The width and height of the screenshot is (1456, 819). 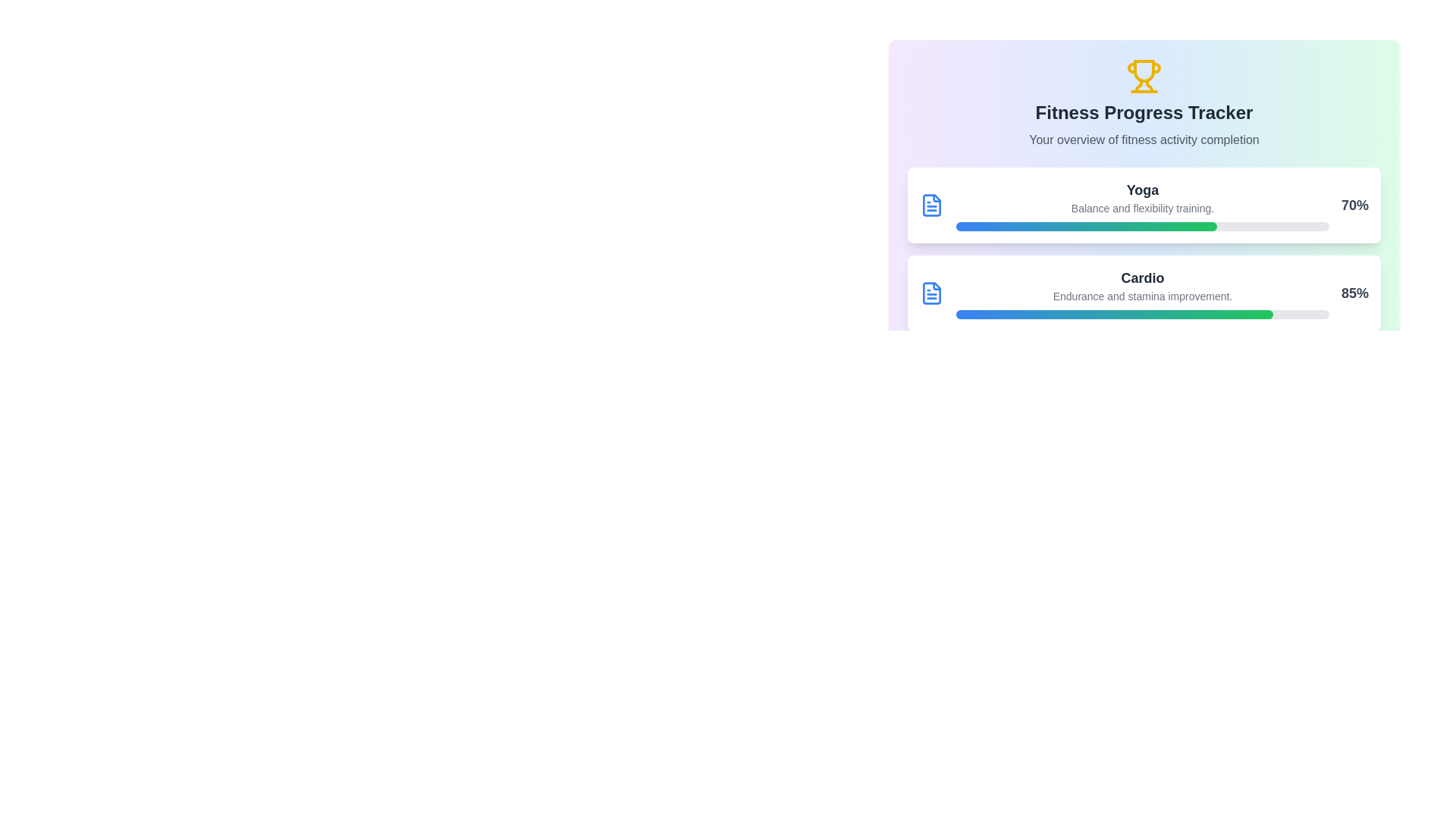 I want to click on the achievement icon located at the top of the interface, above the title 'Fitness Progress Tracker', which symbolizes achievement and progress in the fitness tracker context, so click(x=1144, y=71).